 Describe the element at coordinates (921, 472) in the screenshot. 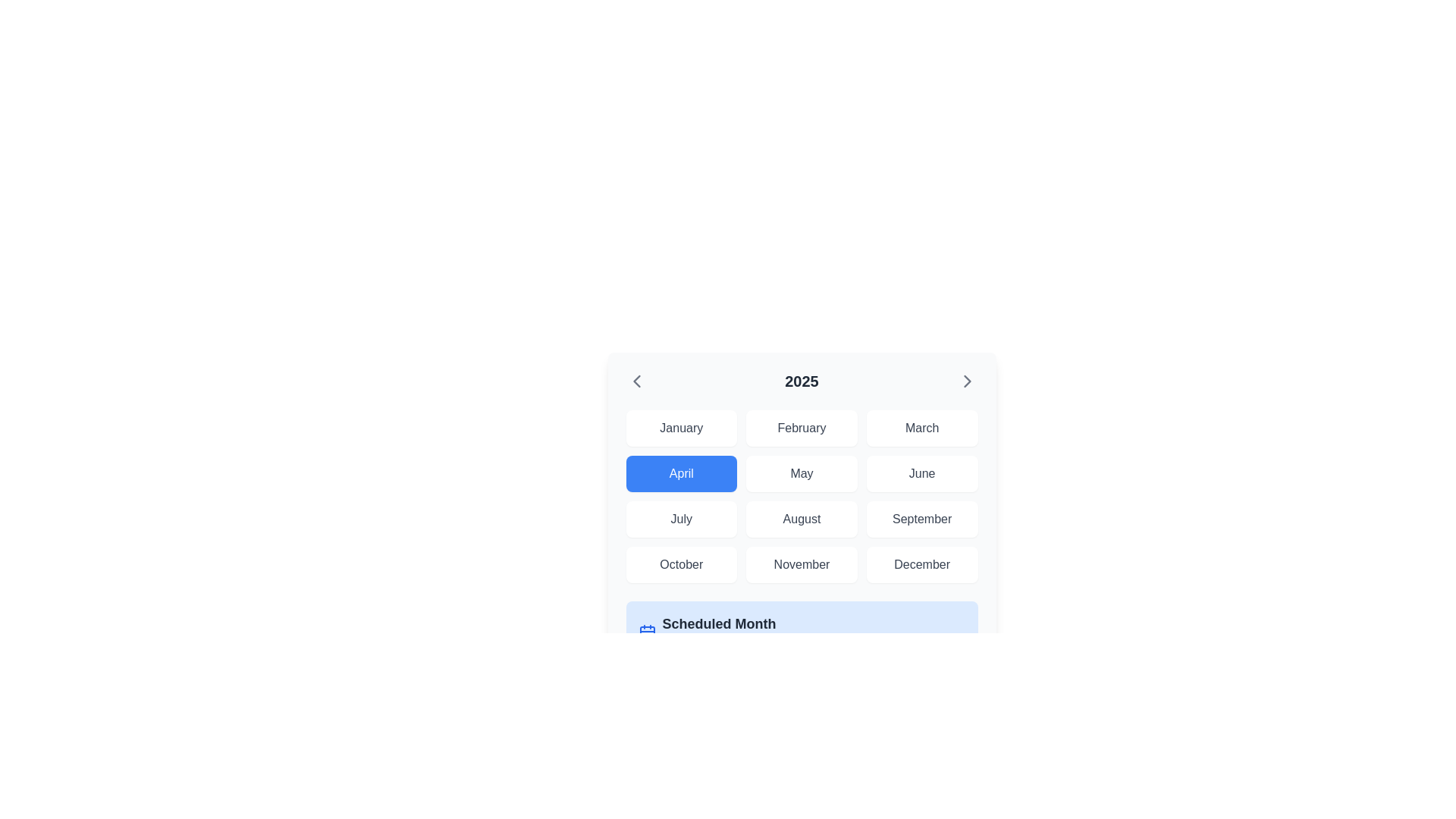

I see `the button-like element displaying the text 'June', which is styled as a selectable block with rounded corners and a white background` at that location.